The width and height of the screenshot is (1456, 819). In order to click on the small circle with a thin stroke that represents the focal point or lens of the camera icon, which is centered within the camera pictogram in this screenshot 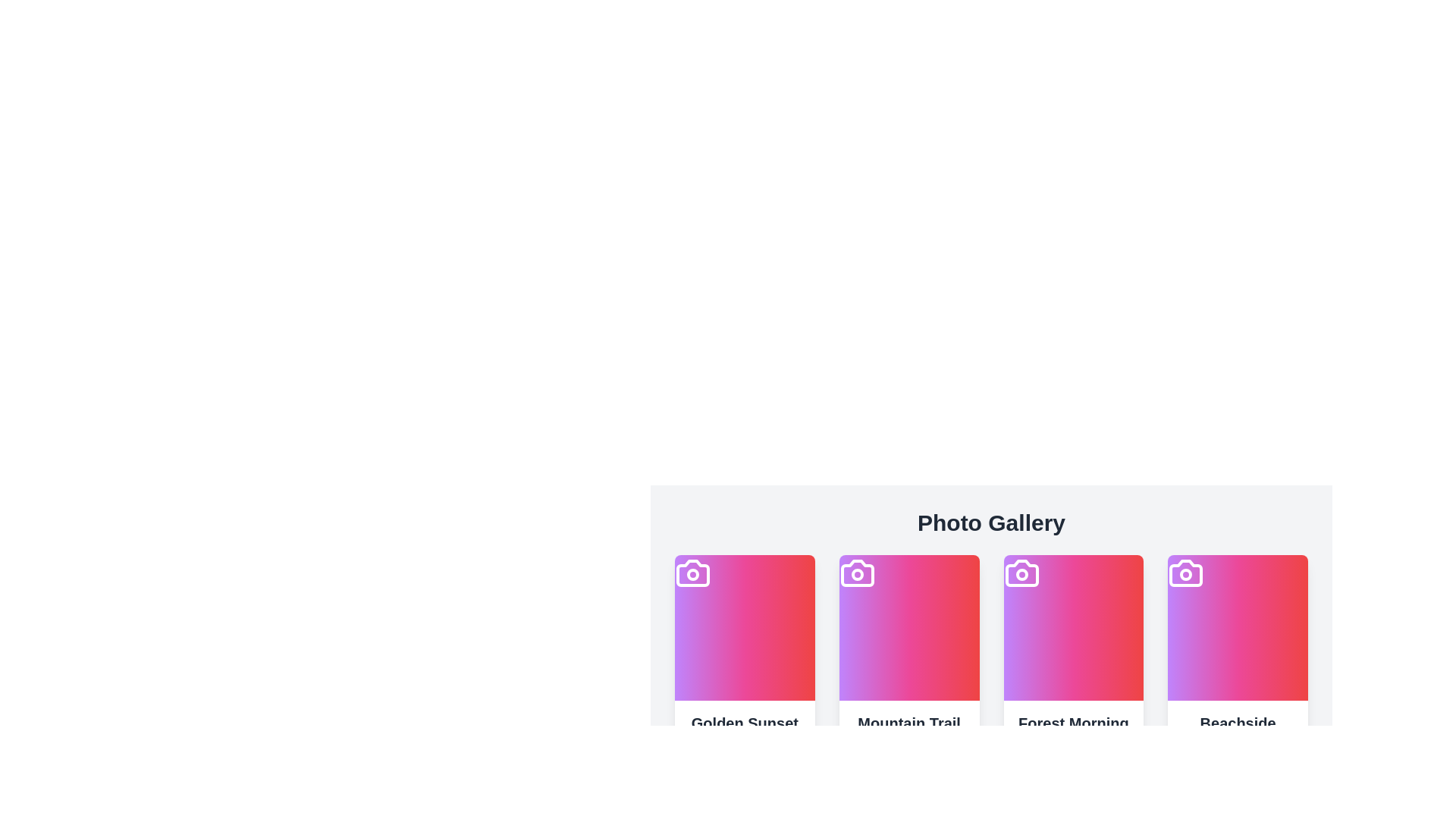, I will do `click(692, 575)`.